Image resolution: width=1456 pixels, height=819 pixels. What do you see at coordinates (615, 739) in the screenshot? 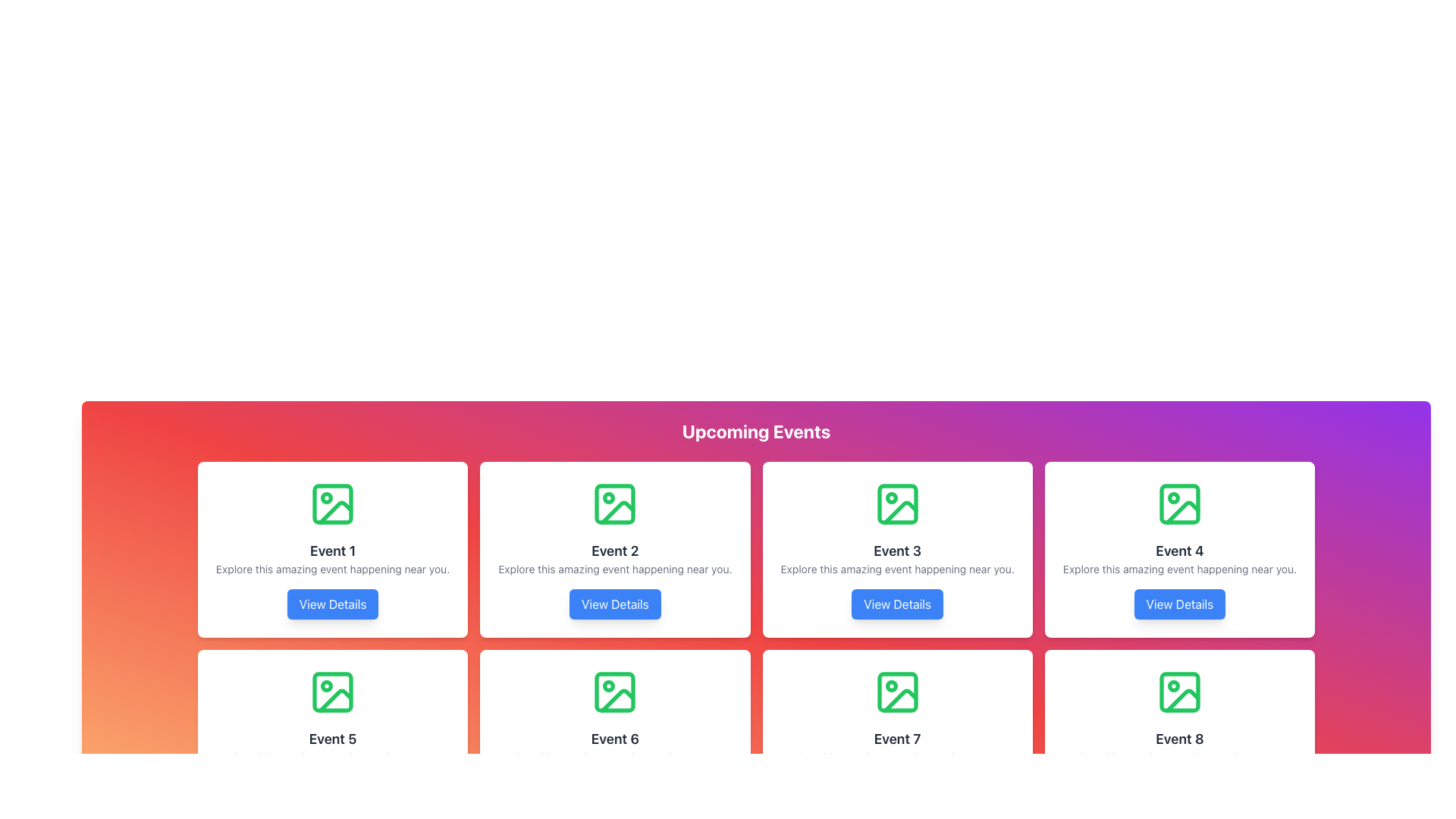
I see `the text label that serves as a title for the event card, located in the second card of the third row` at bounding box center [615, 739].